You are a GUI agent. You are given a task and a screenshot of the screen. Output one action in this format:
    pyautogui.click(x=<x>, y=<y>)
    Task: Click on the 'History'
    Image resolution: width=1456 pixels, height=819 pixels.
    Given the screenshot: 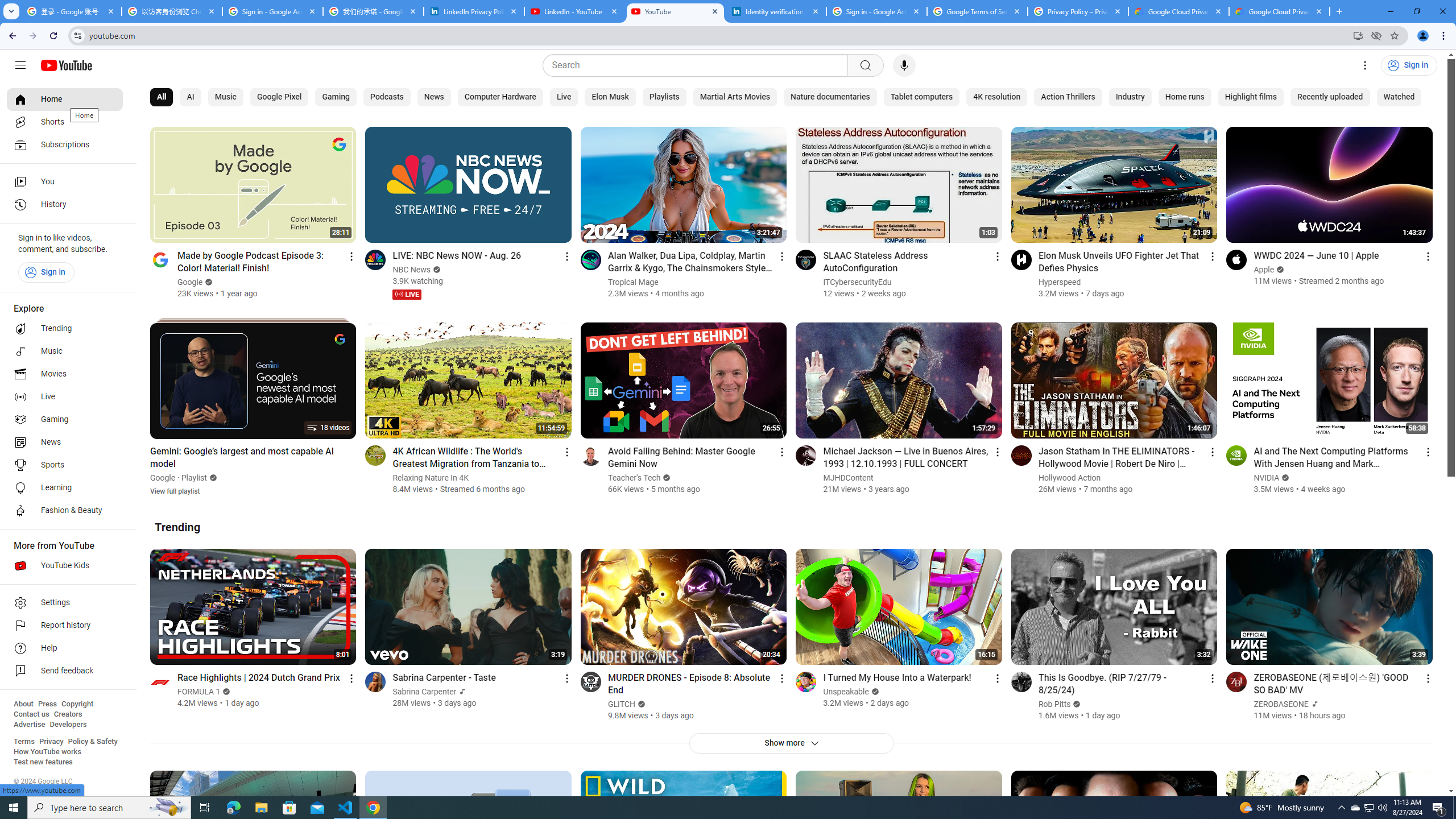 What is the action you would take?
    pyautogui.click(x=64, y=205)
    